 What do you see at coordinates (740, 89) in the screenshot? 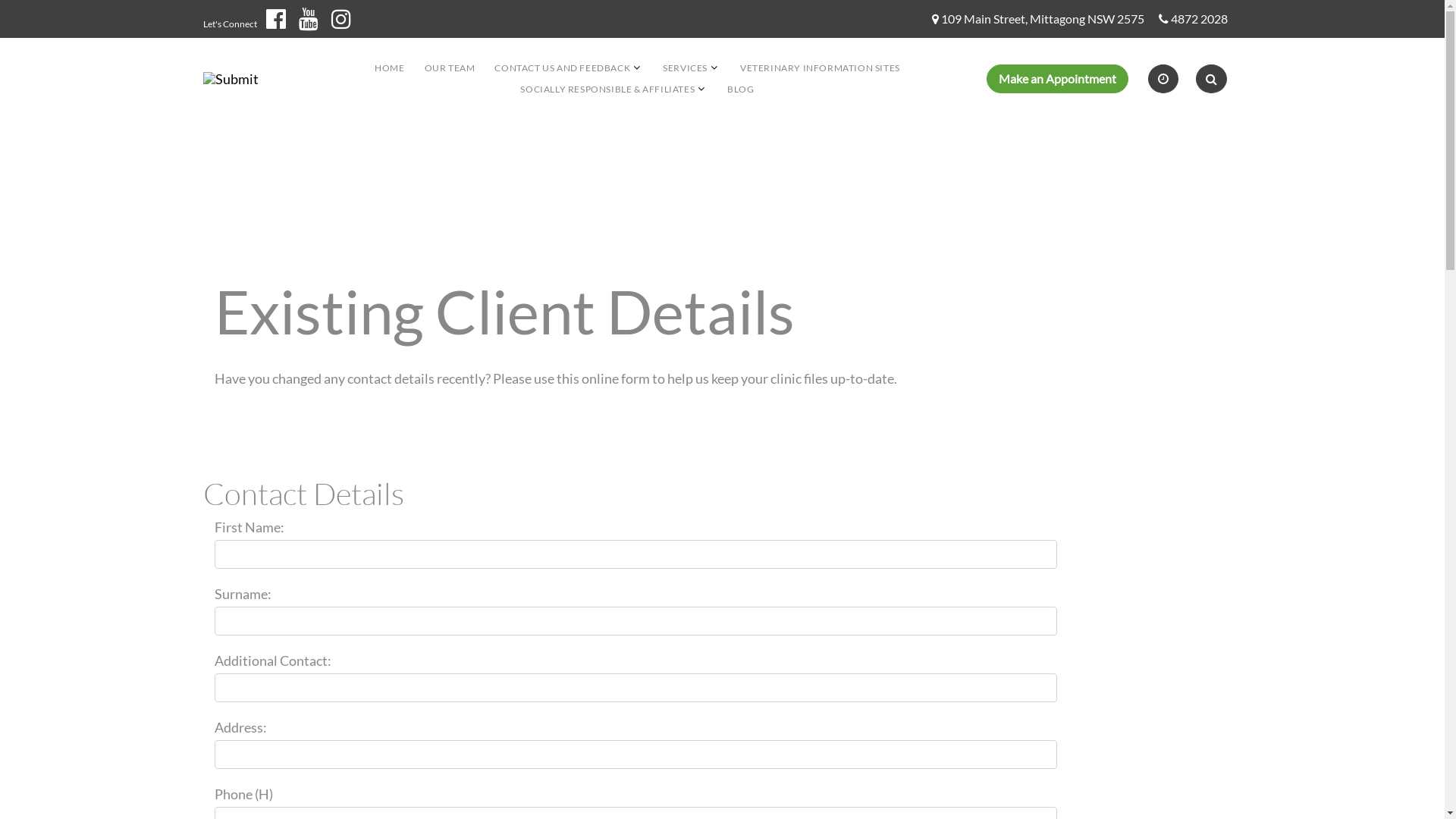
I see `'BLOG'` at bounding box center [740, 89].